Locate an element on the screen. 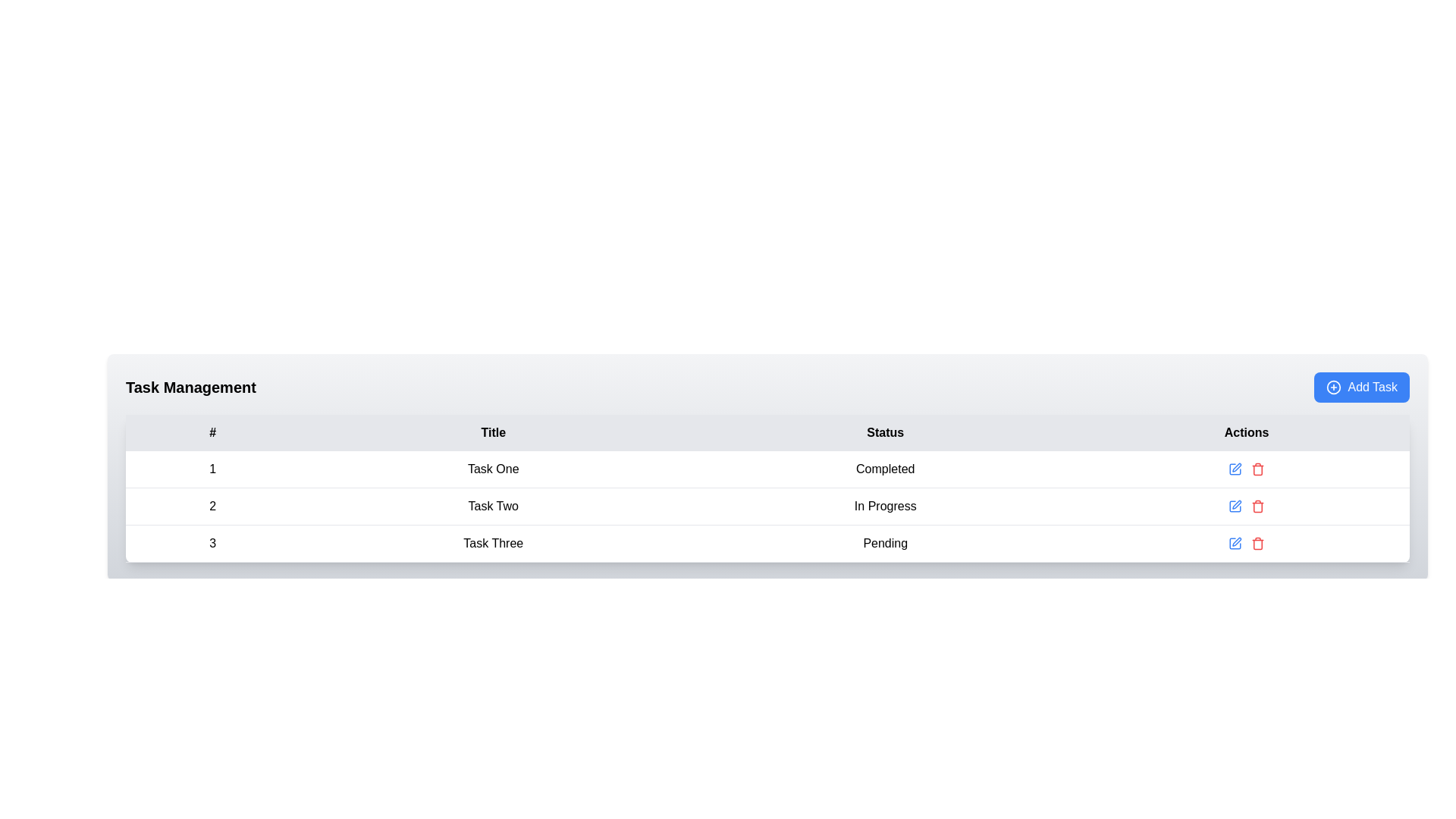 Image resolution: width=1456 pixels, height=819 pixels. the blue editing icon resembling a pen in the 'Actions' column of the third row in the table to change its color to darker blue is located at coordinates (1237, 541).